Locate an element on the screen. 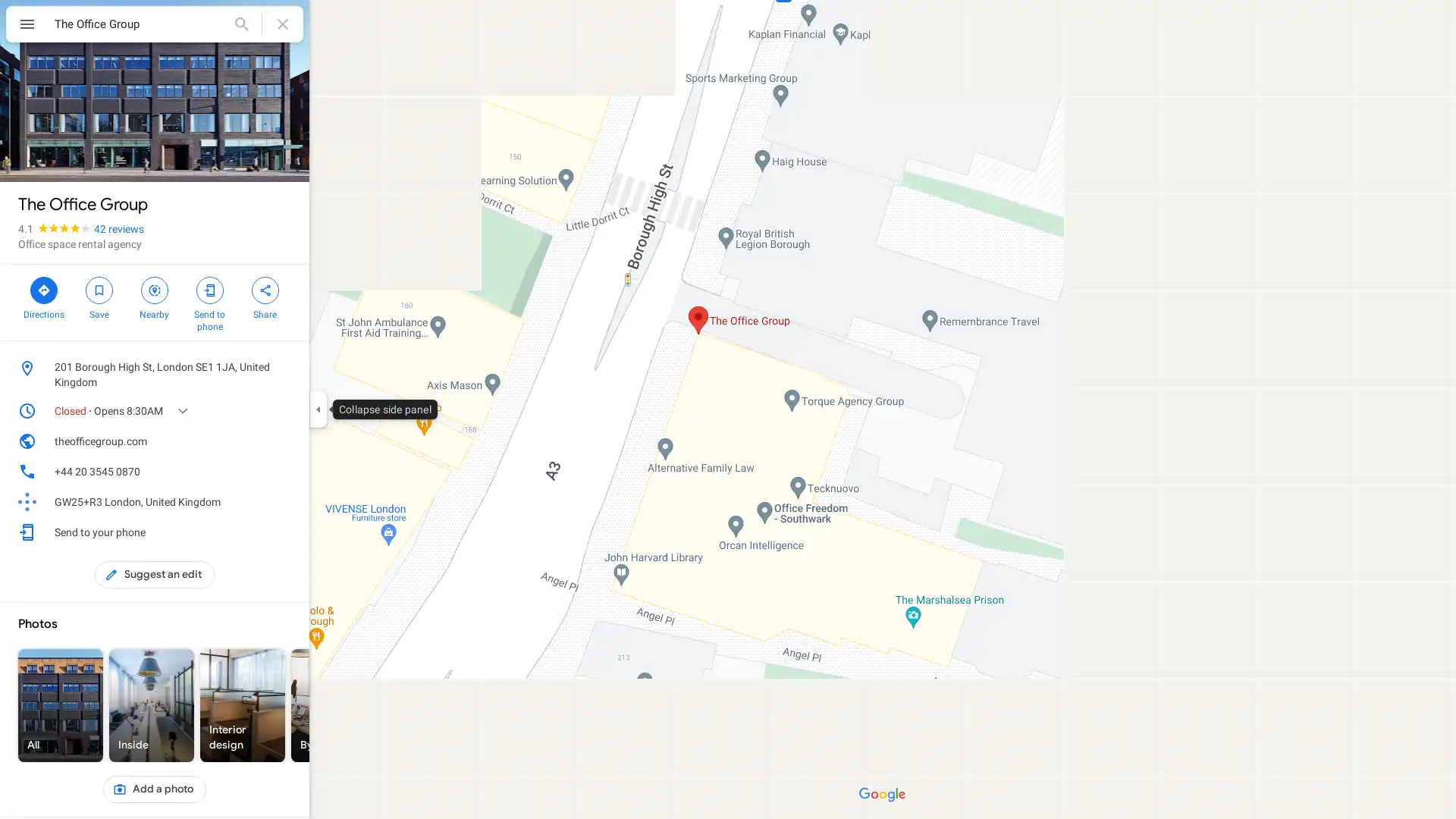  Call phone number is located at coordinates (284, 470).